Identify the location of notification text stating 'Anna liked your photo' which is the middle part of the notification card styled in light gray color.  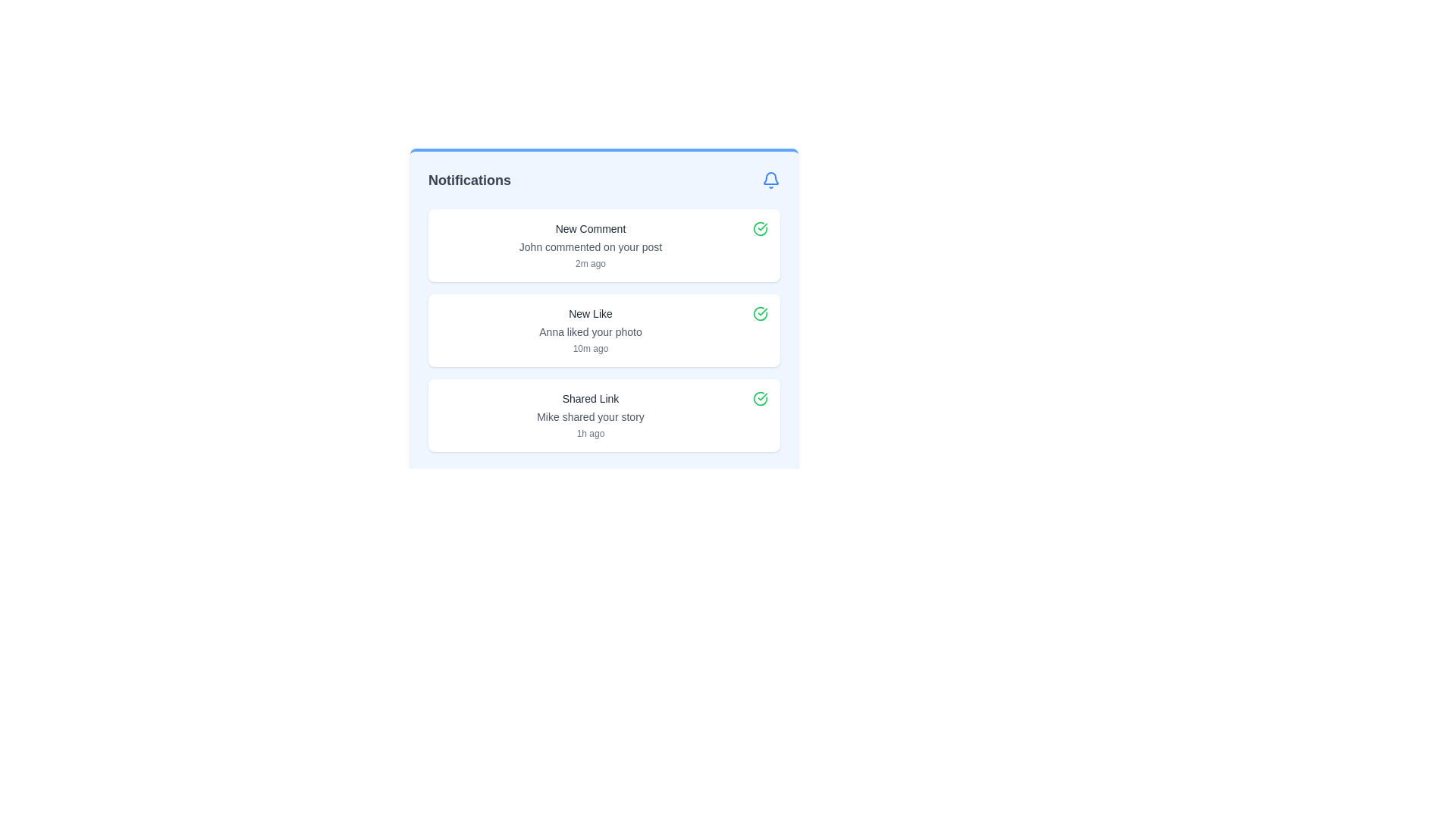
(589, 331).